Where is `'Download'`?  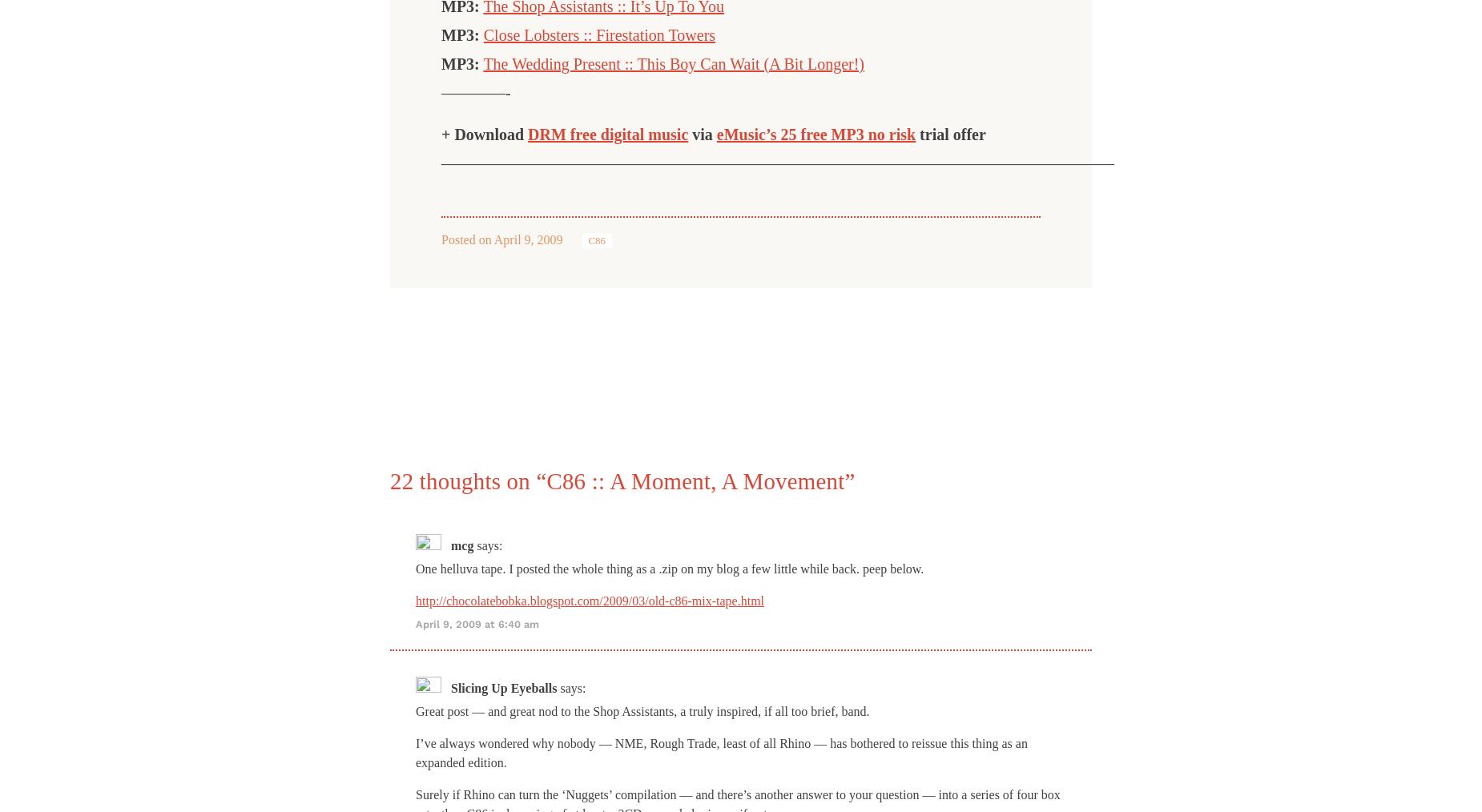 'Download' is located at coordinates (491, 135).